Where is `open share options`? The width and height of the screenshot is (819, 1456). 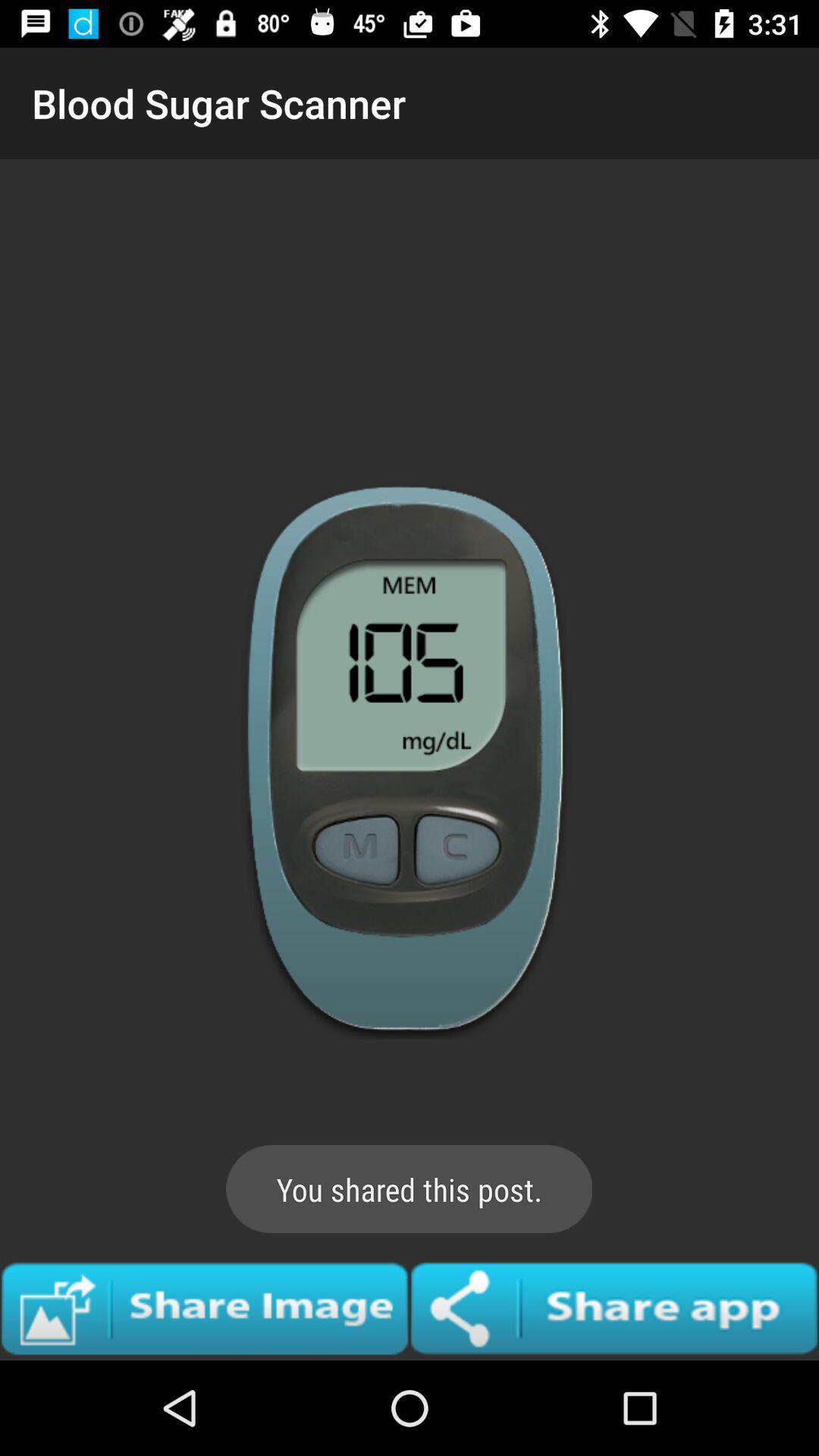
open share options is located at coordinates (614, 1307).